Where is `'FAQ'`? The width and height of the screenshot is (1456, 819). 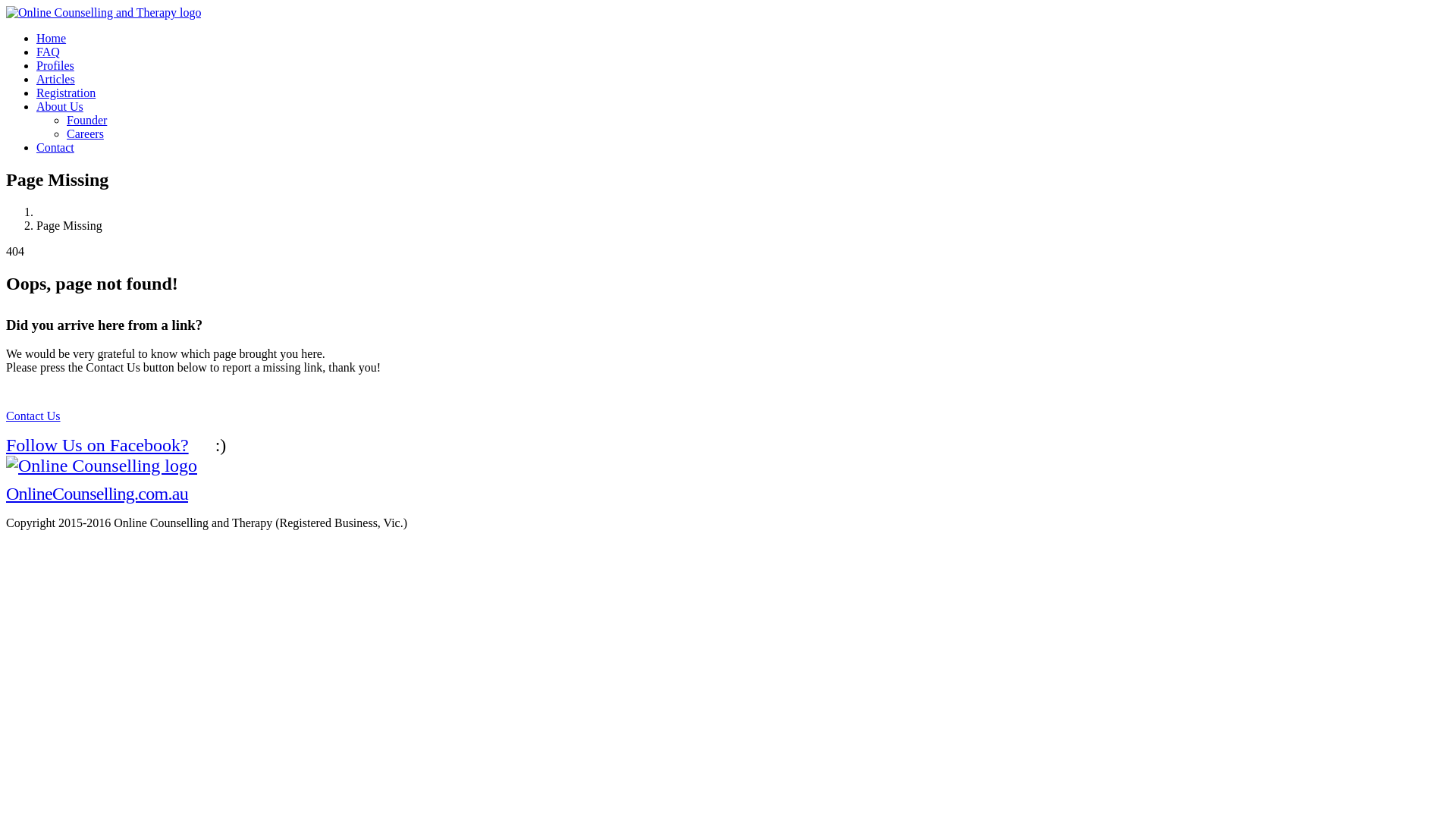
'FAQ' is located at coordinates (48, 51).